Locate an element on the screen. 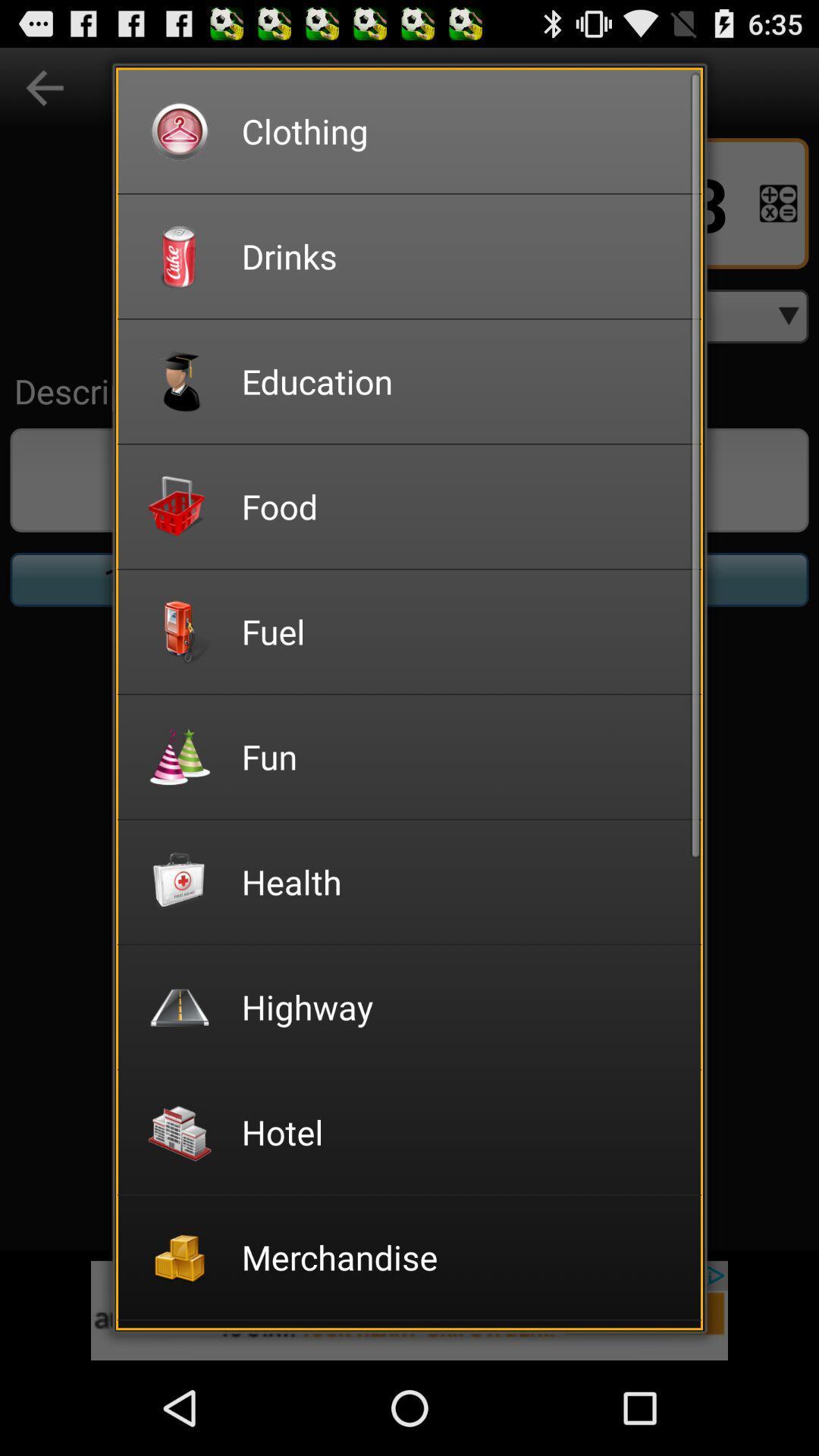  app above highway app is located at coordinates (460, 881).